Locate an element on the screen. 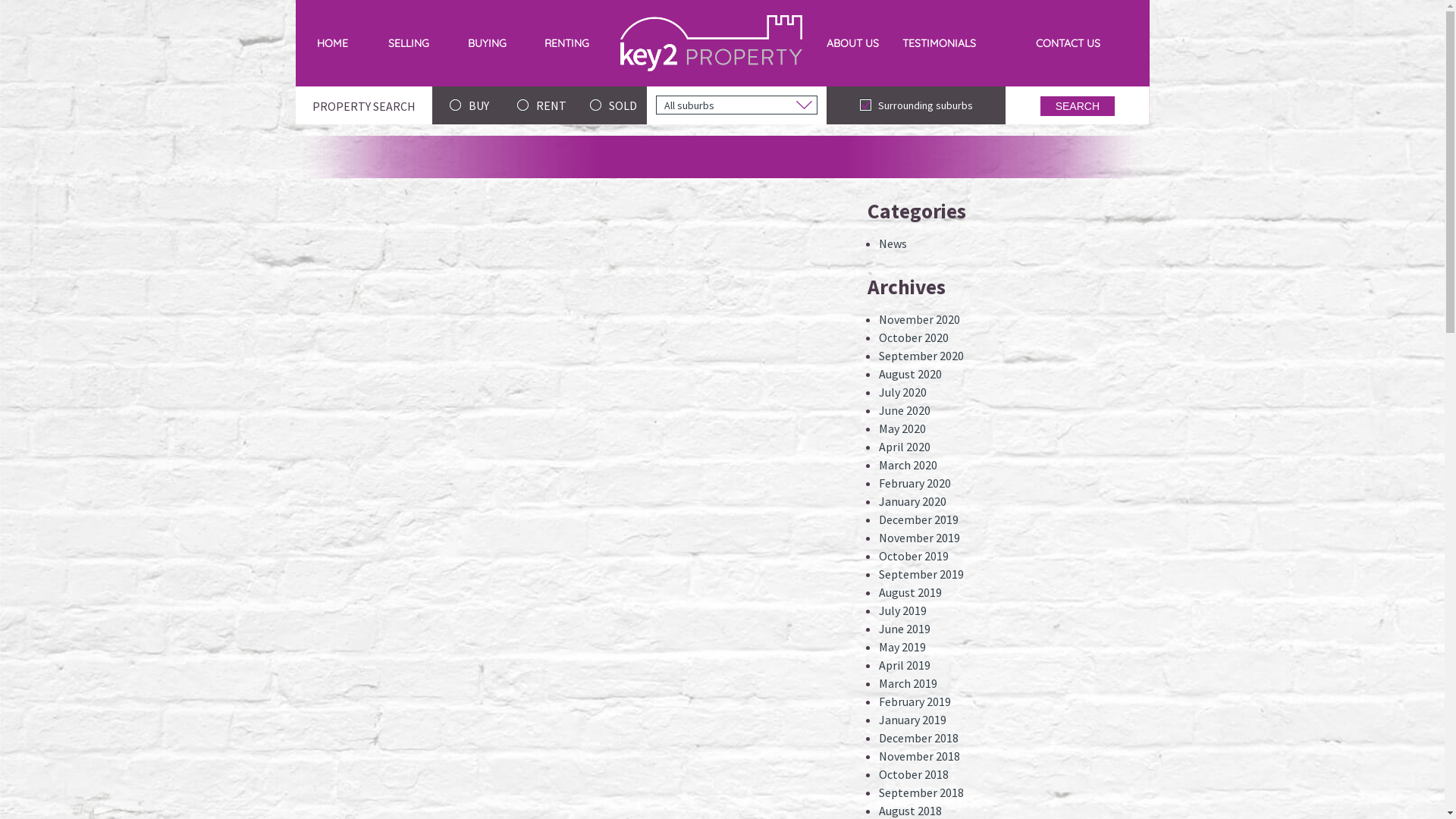 The image size is (1456, 819). 'BUYING' is located at coordinates (487, 42).